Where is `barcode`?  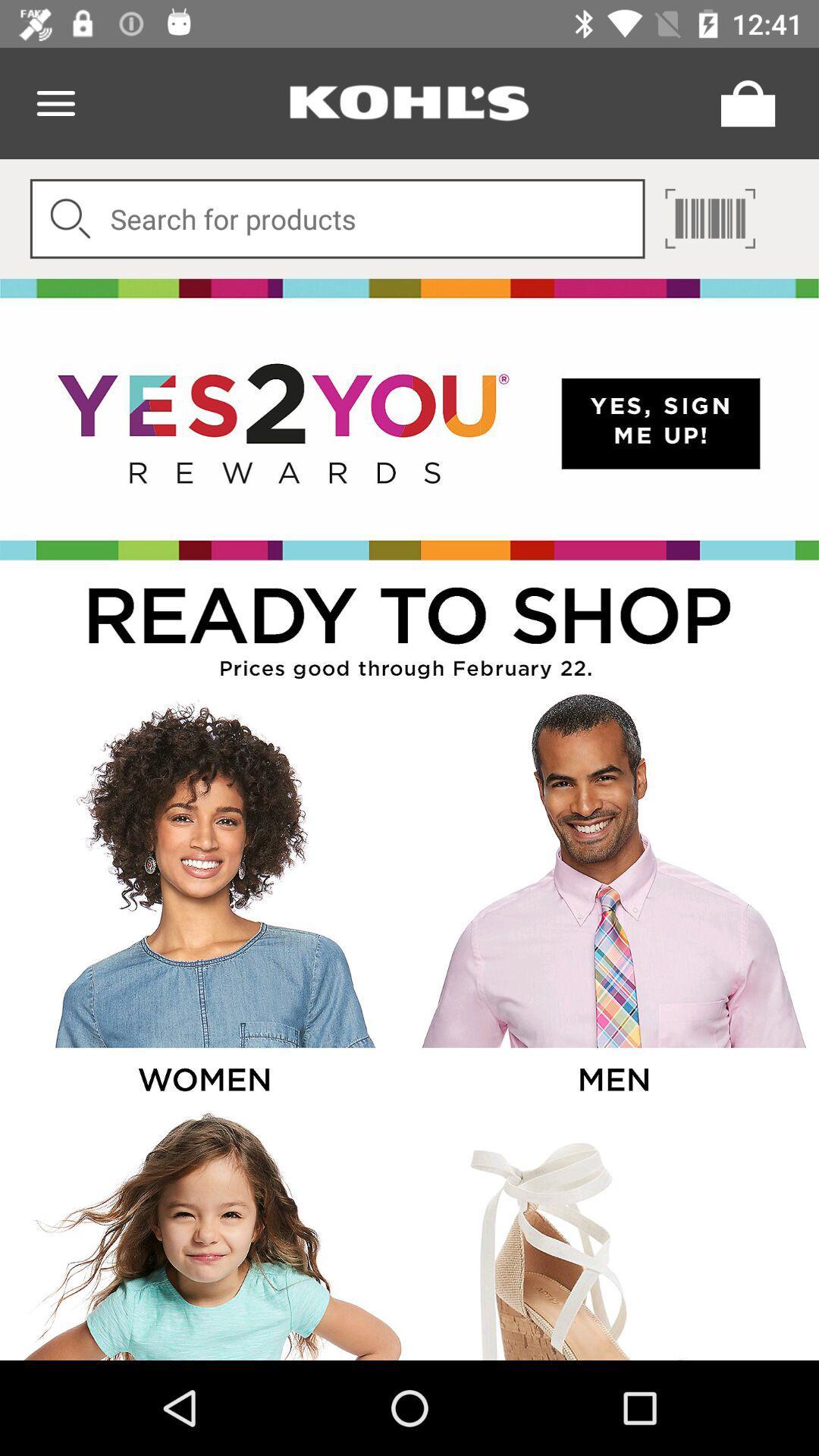
barcode is located at coordinates (710, 218).